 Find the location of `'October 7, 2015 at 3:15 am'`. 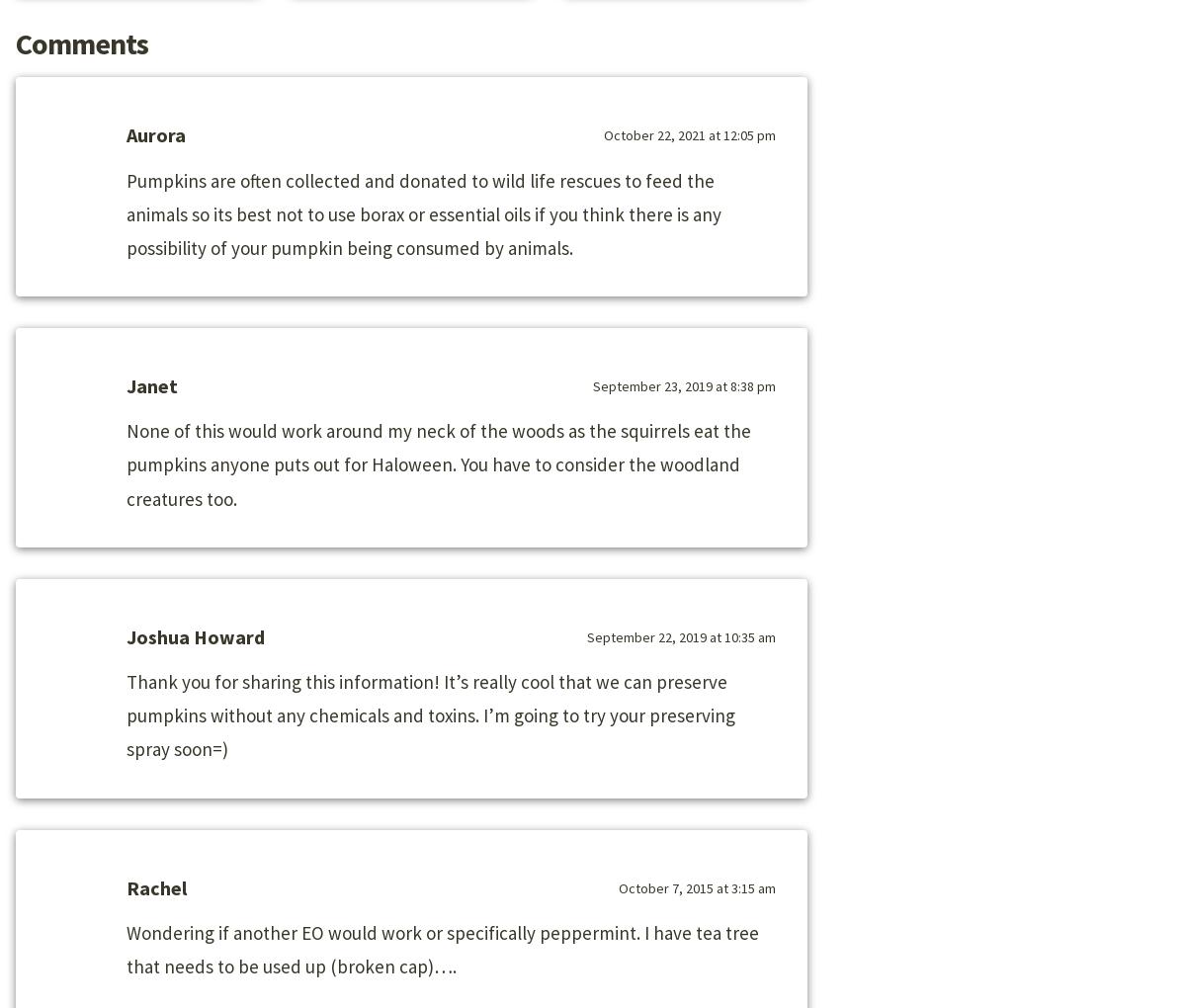

'October 7, 2015 at 3:15 am' is located at coordinates (697, 887).